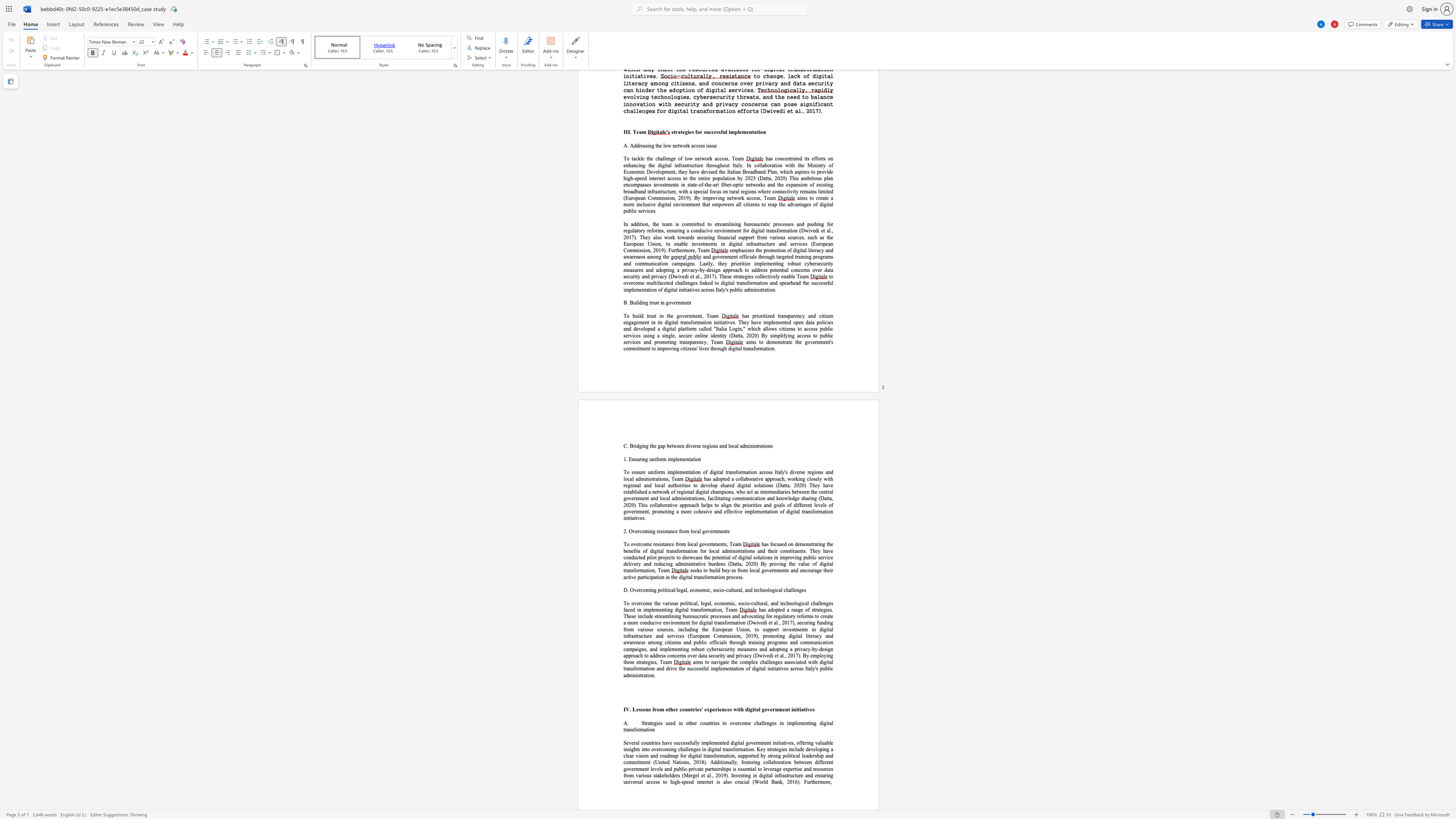 Image resolution: width=1456 pixels, height=819 pixels. What do you see at coordinates (768, 662) in the screenshot?
I see `the subset text "lenges associated with digital transformation and drive the successful implementation" within the text "aims to navigate the complex challenges associated with digital transformation and drive the successful implementation of digital initiatives across Ital"` at bounding box center [768, 662].